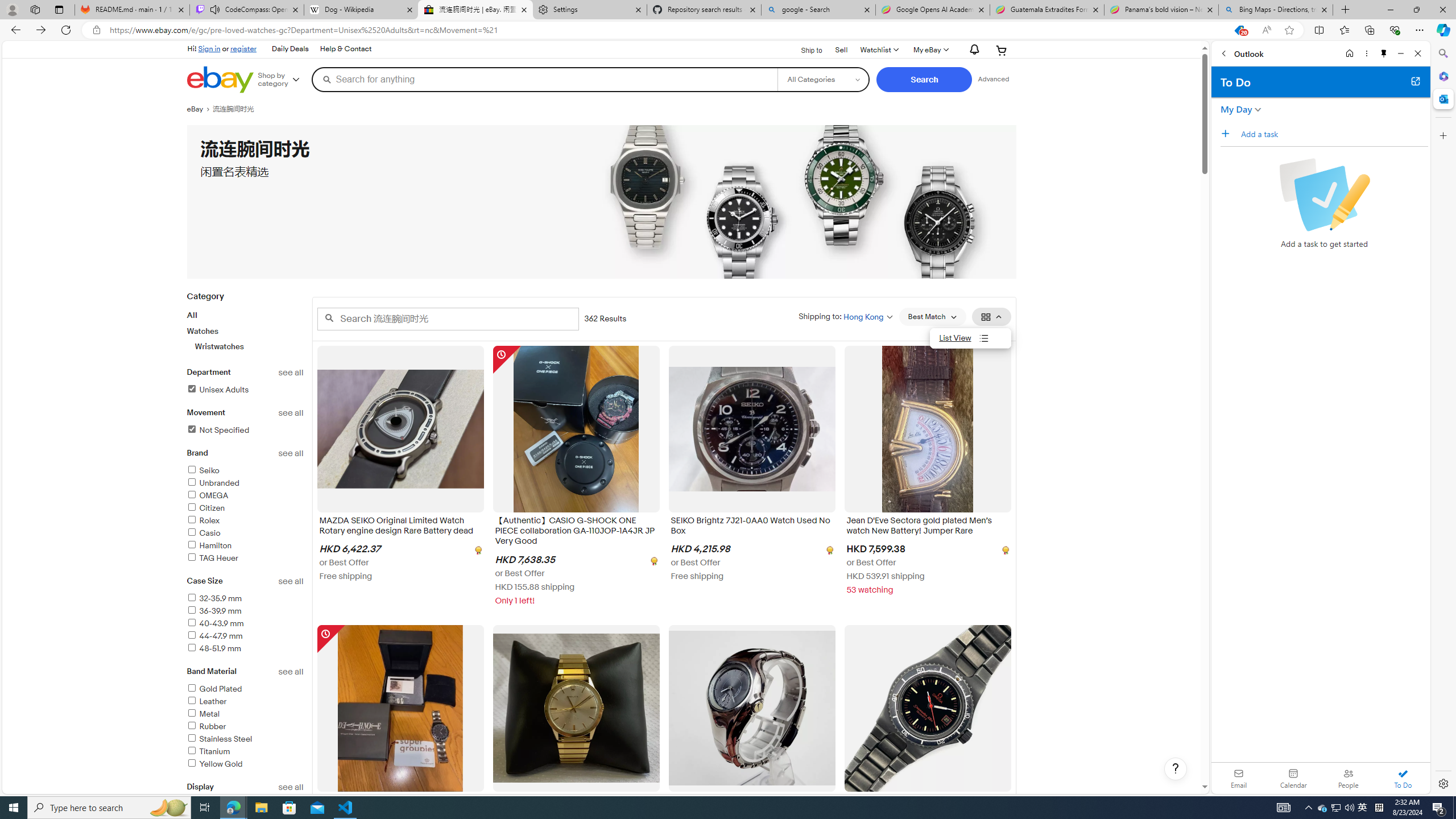  What do you see at coordinates (846, 316) in the screenshot?
I see `'Shipping to: Hong Kong'` at bounding box center [846, 316].